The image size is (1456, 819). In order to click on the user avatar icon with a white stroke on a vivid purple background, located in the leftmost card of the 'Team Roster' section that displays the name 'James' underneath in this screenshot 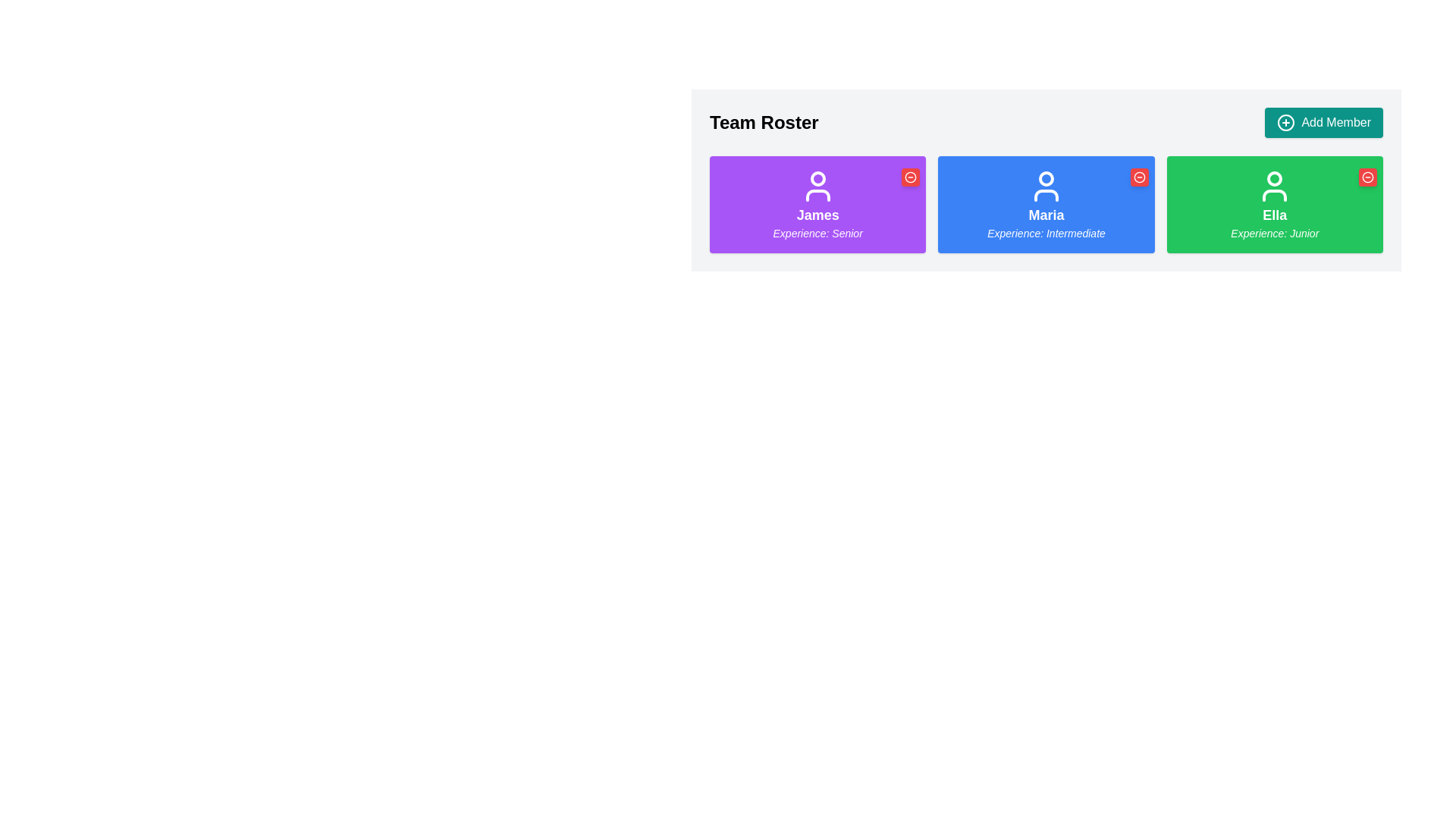, I will do `click(817, 186)`.